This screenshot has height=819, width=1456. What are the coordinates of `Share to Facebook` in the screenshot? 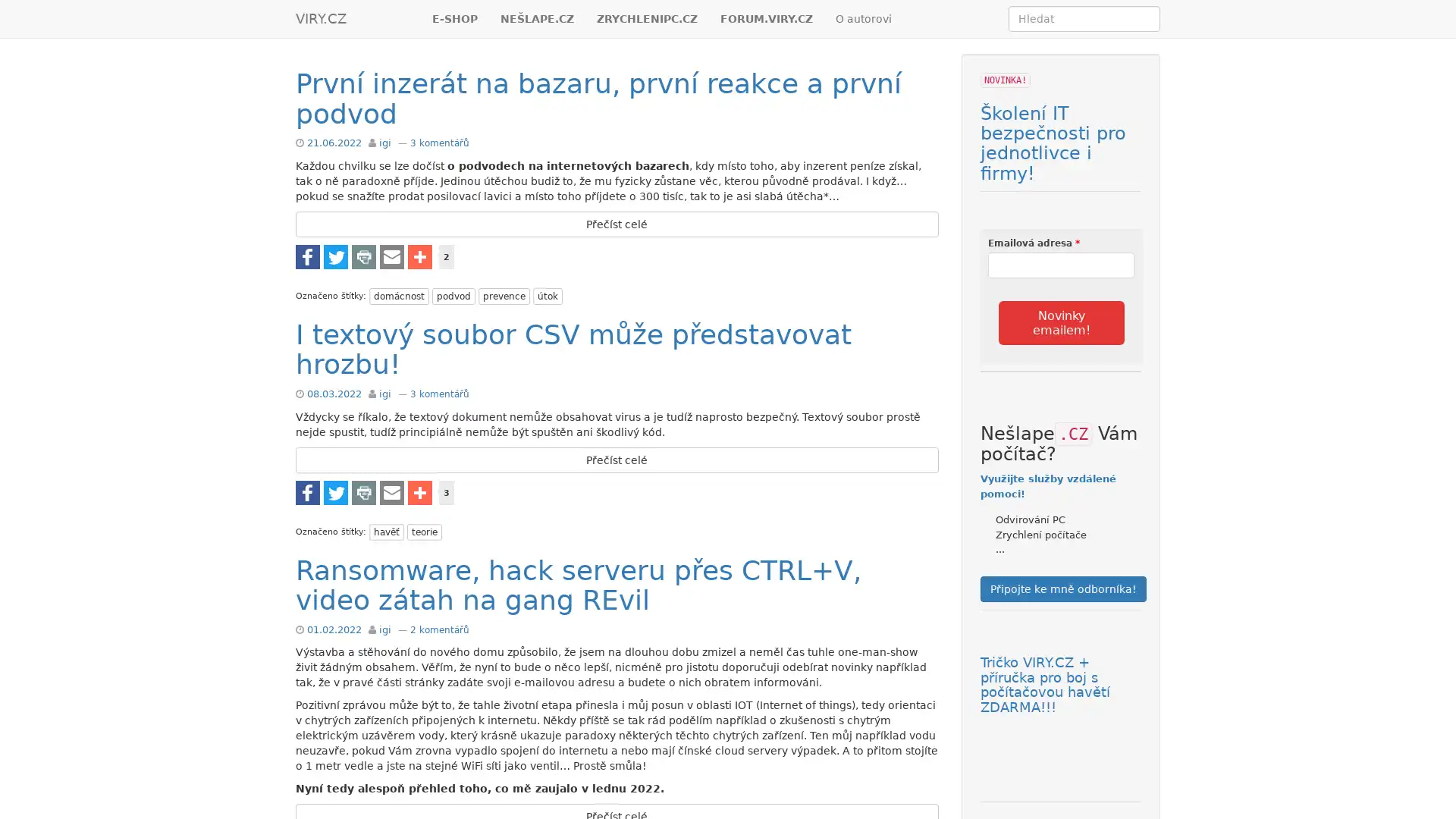 It's located at (307, 491).